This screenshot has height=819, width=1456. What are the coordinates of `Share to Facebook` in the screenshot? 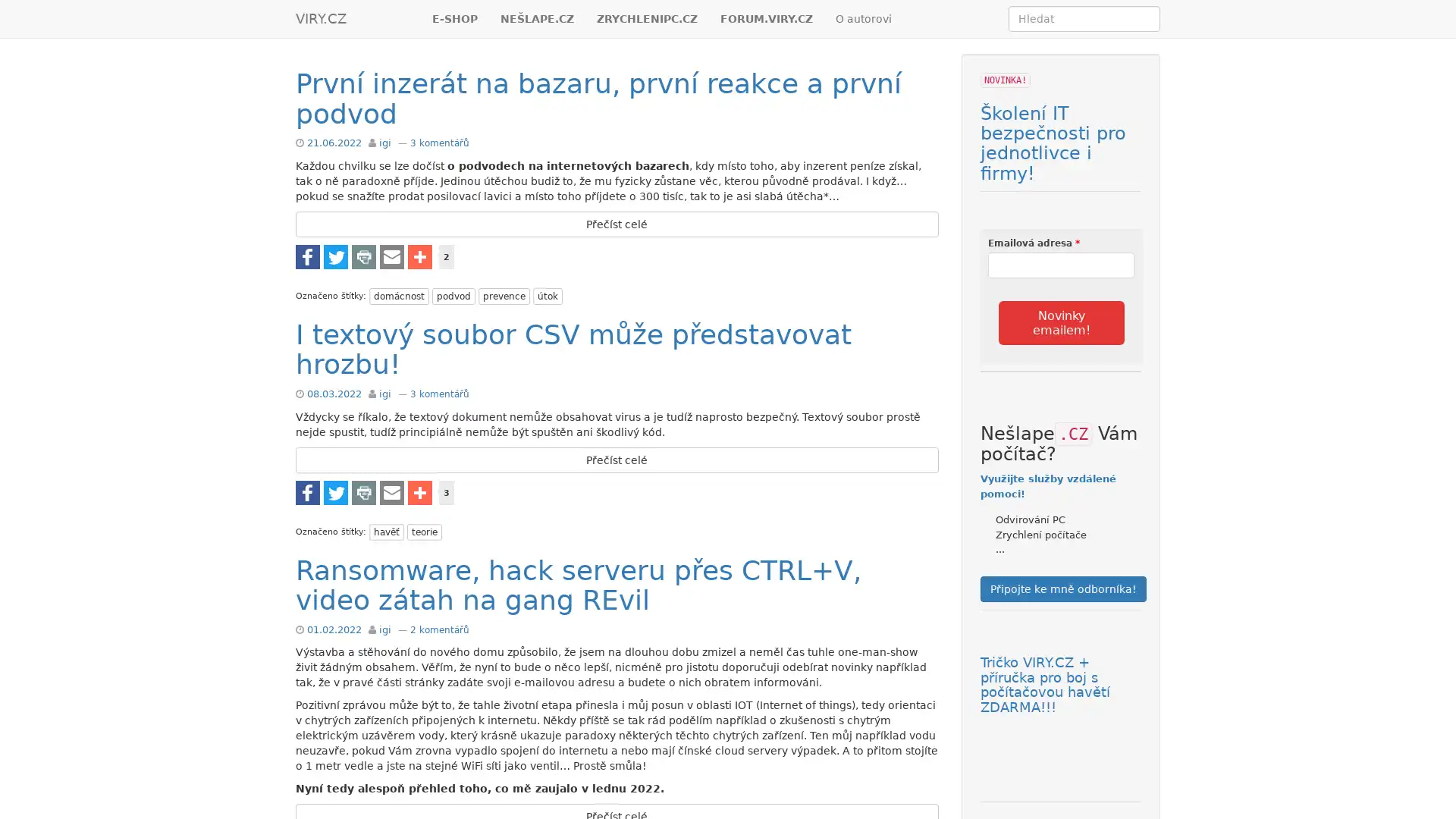 It's located at (307, 491).